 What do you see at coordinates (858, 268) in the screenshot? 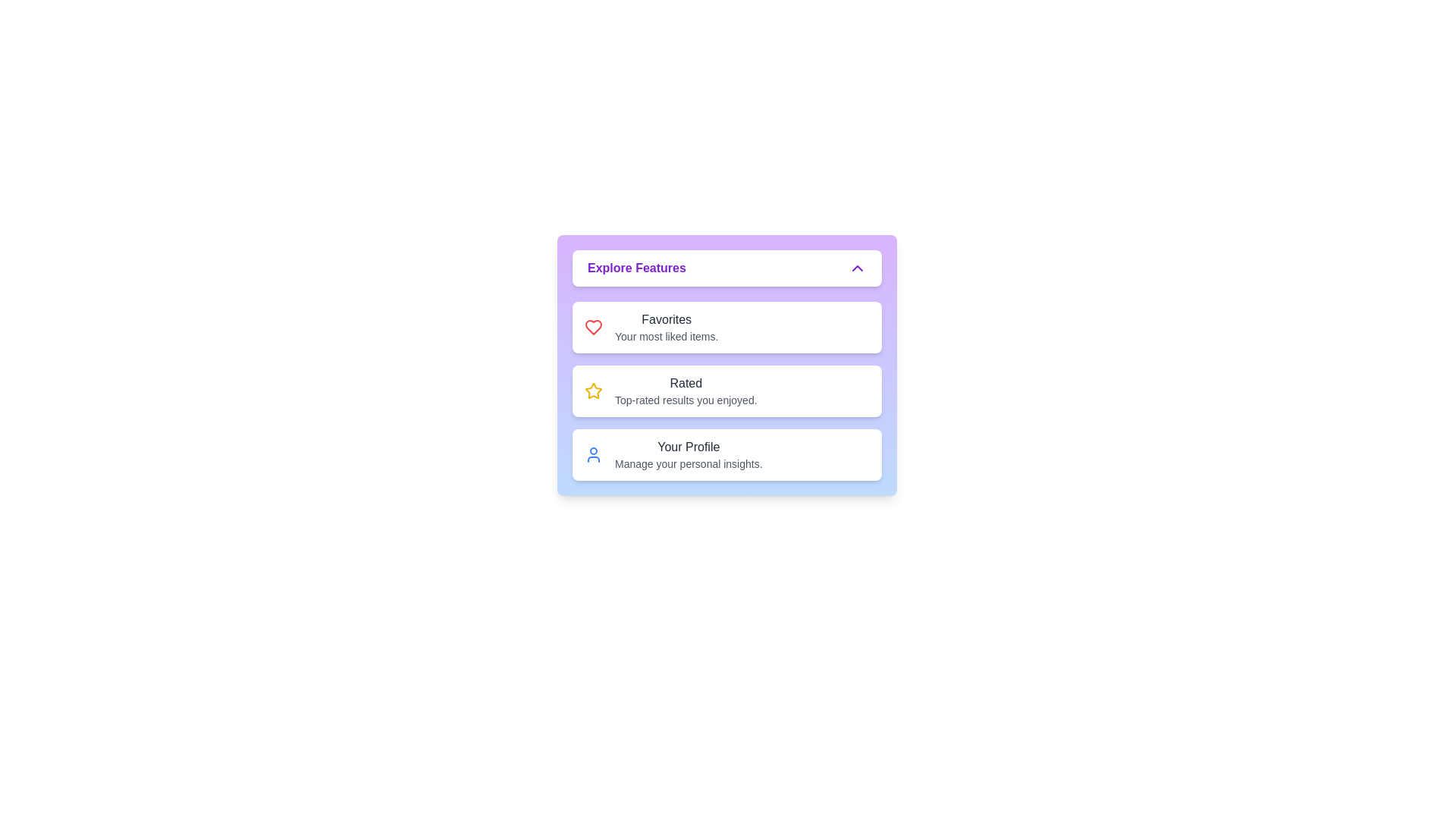
I see `the chevron-shaped icon with a black stroke located at the right side of the 'Explore Features' button` at bounding box center [858, 268].